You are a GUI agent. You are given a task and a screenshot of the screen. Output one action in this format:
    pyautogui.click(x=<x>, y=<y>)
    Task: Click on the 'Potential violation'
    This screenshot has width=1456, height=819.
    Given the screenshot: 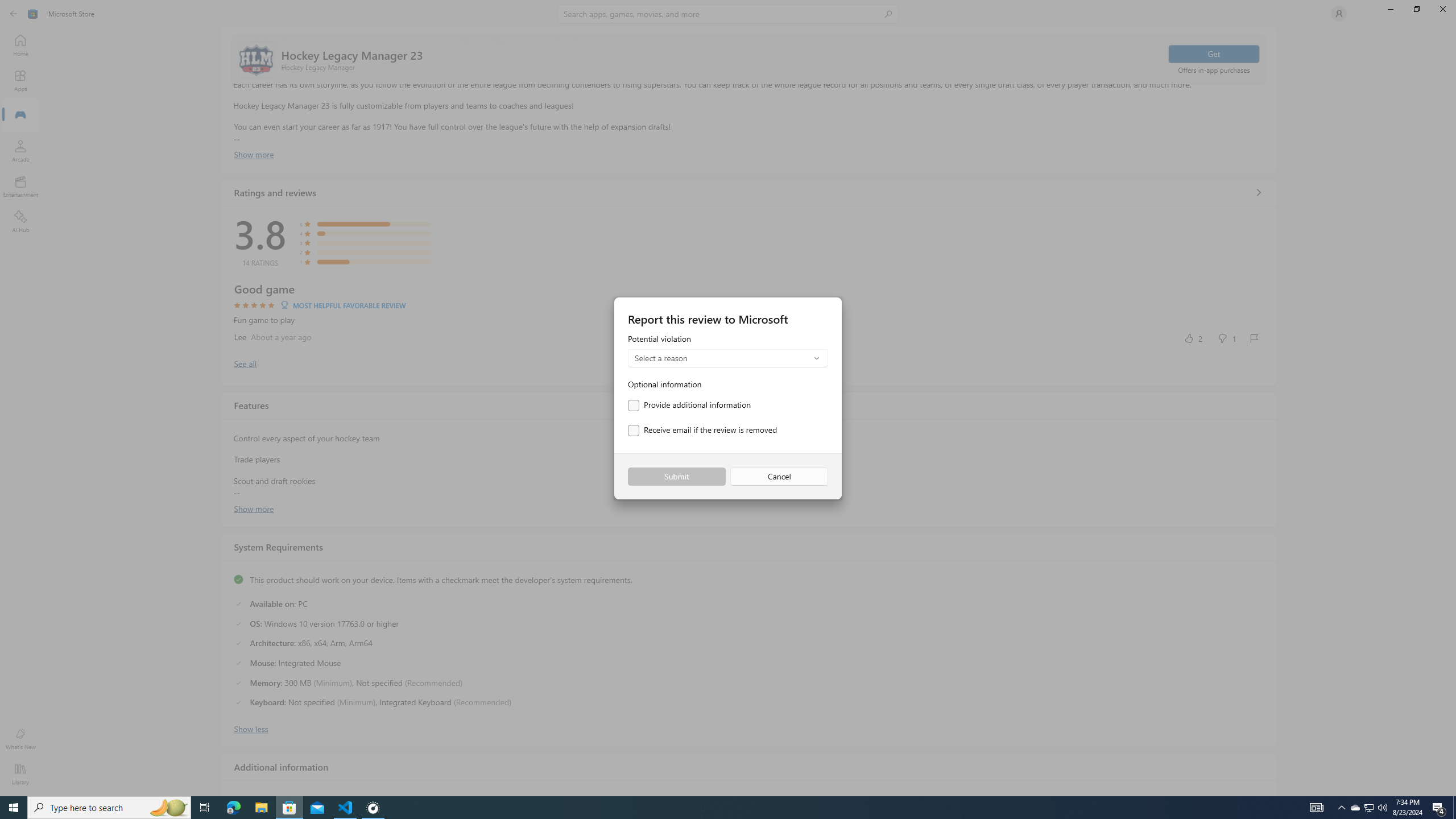 What is the action you would take?
    pyautogui.click(x=728, y=350)
    